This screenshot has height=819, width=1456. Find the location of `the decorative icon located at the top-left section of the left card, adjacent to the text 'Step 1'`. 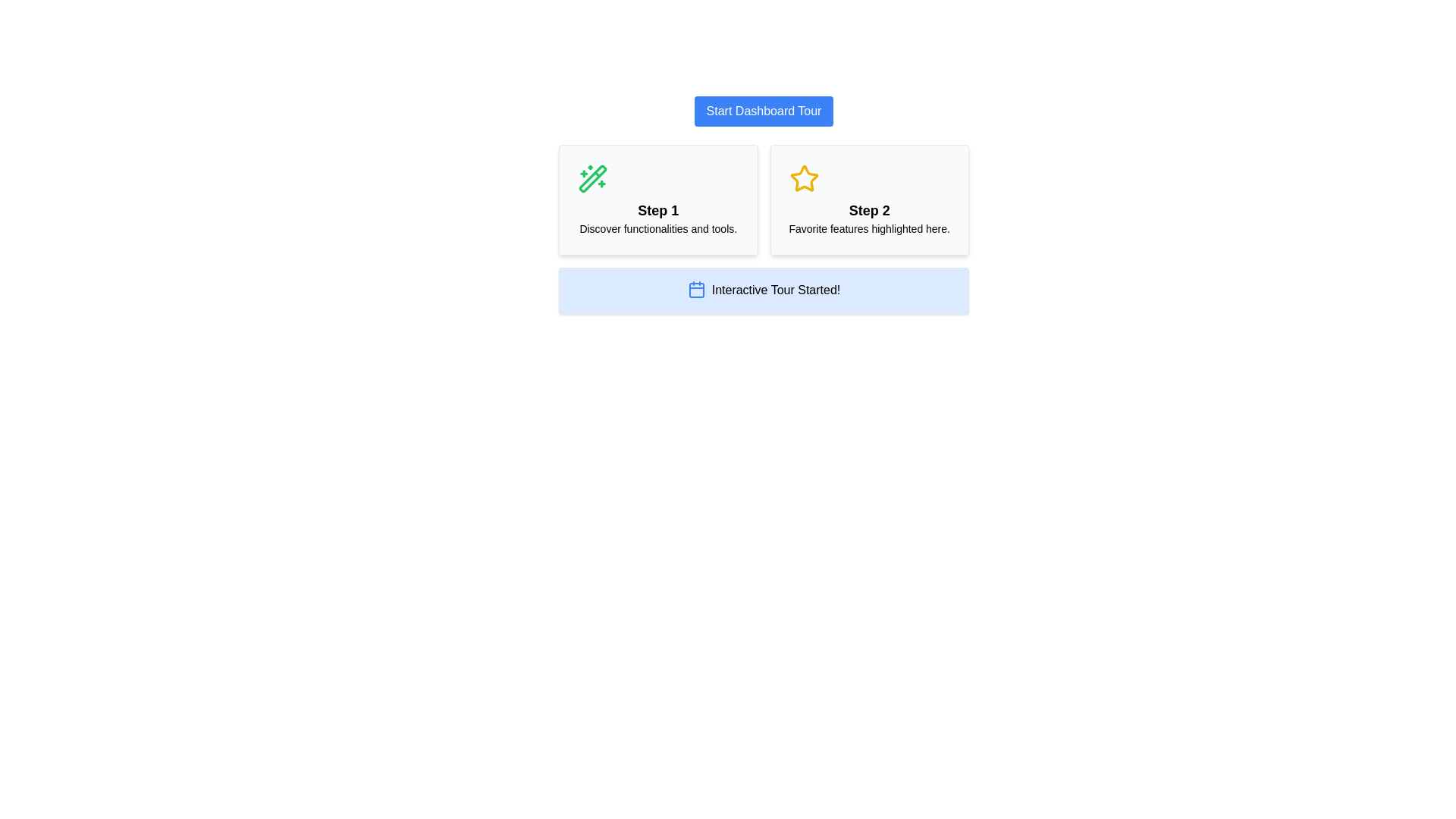

the decorative icon located at the top-left section of the left card, adjacent to the text 'Step 1' is located at coordinates (592, 177).